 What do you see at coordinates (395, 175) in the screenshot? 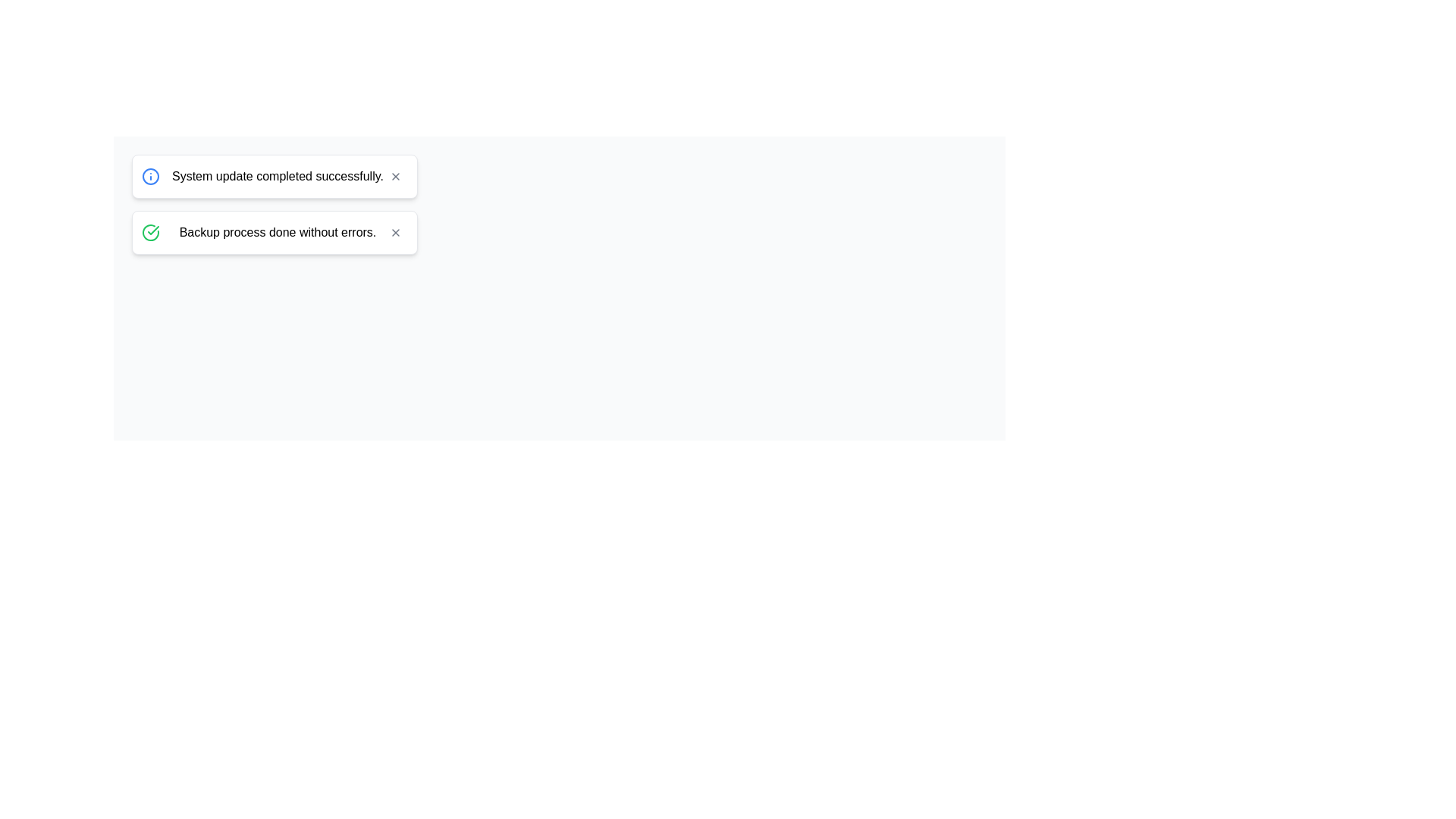
I see `the 'X' shaped close button located at the top-right corner of the notification card that displays the message 'System update completed successfully.'` at bounding box center [395, 175].